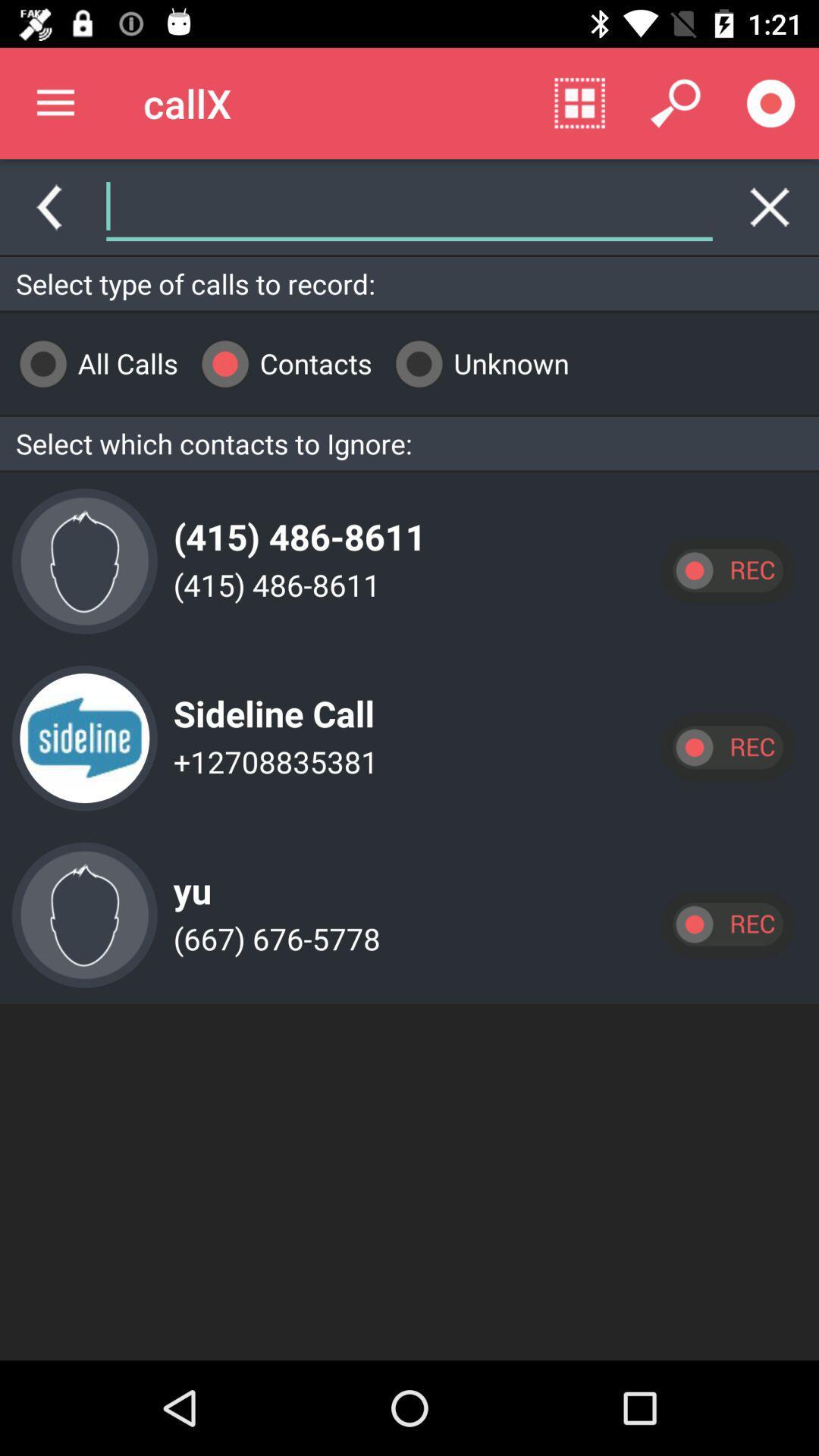  Describe the element at coordinates (572, 206) in the screenshot. I see `filter app` at that location.